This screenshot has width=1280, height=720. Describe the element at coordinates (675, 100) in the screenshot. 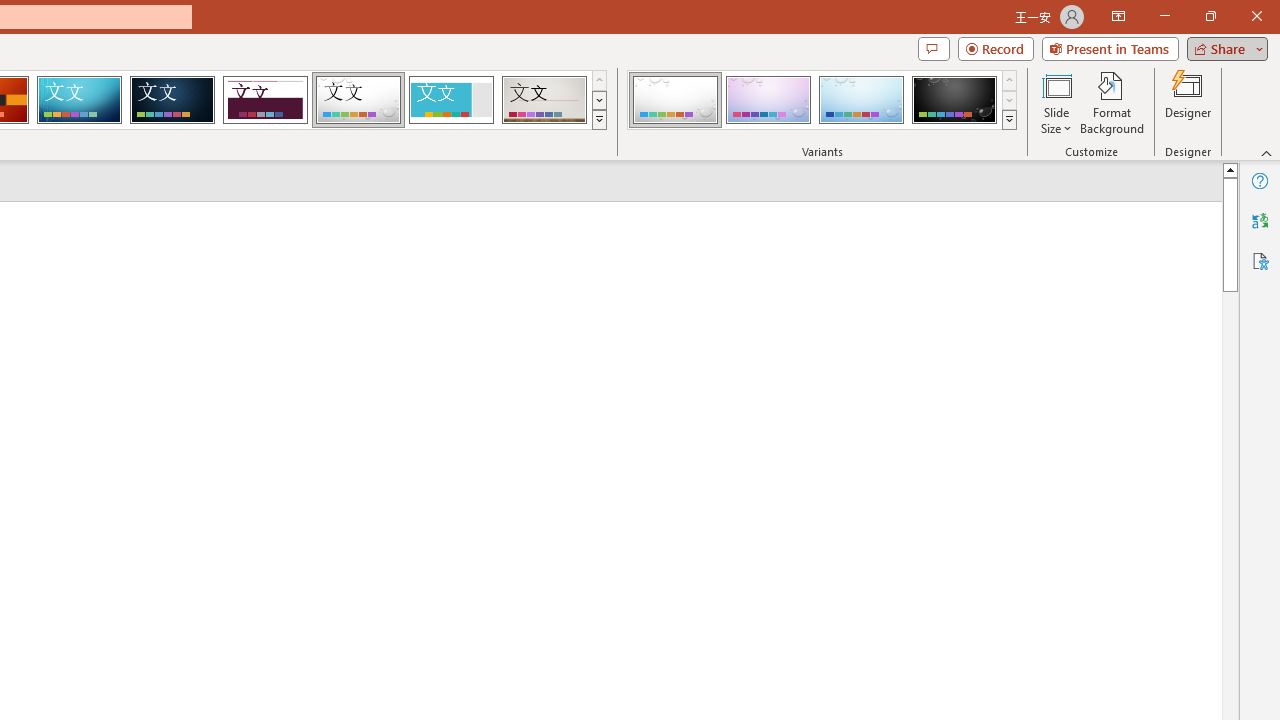

I see `'Droplet Variant 1'` at that location.